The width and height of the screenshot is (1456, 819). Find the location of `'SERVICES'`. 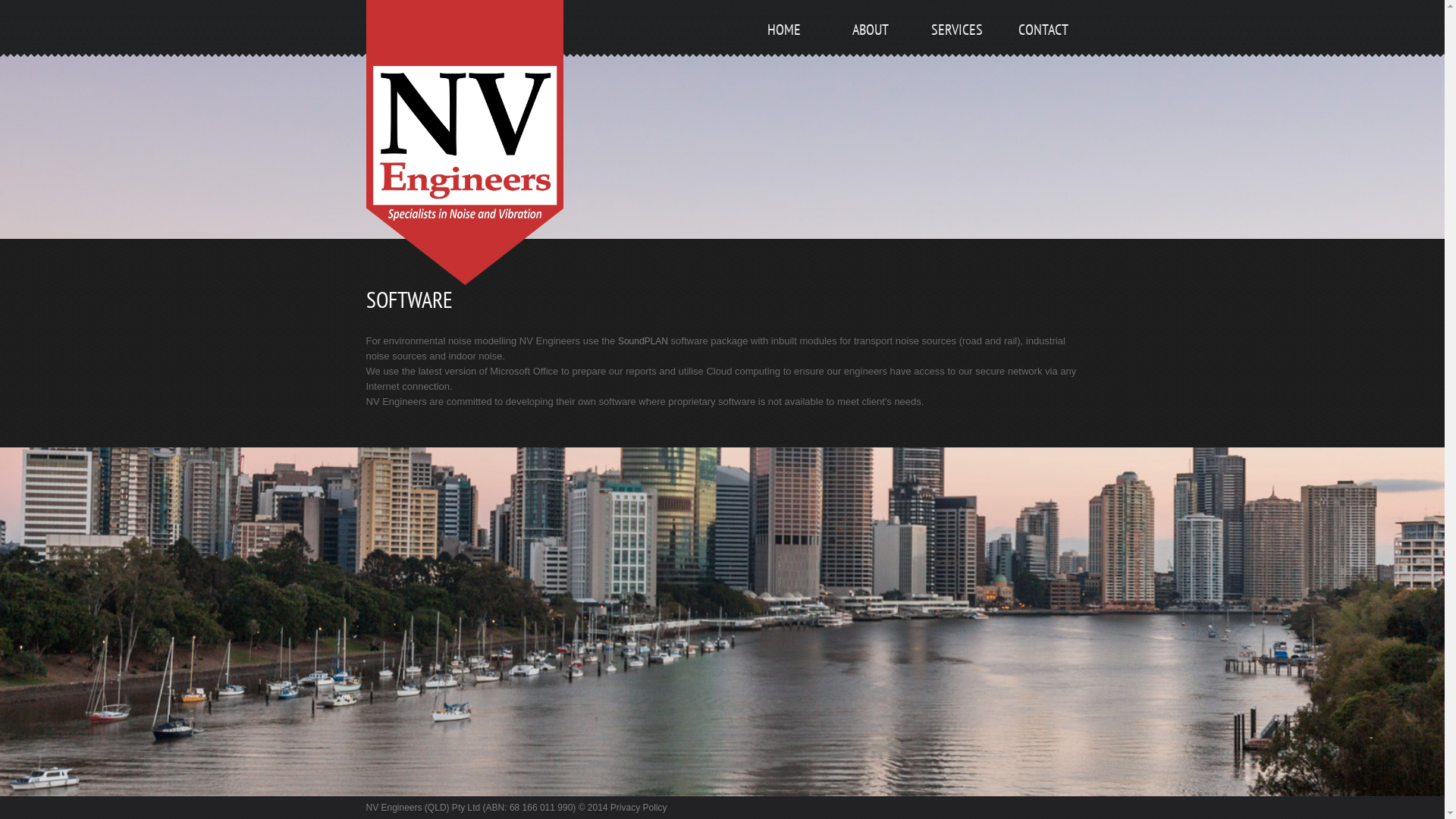

'SERVICES' is located at coordinates (920, 47).